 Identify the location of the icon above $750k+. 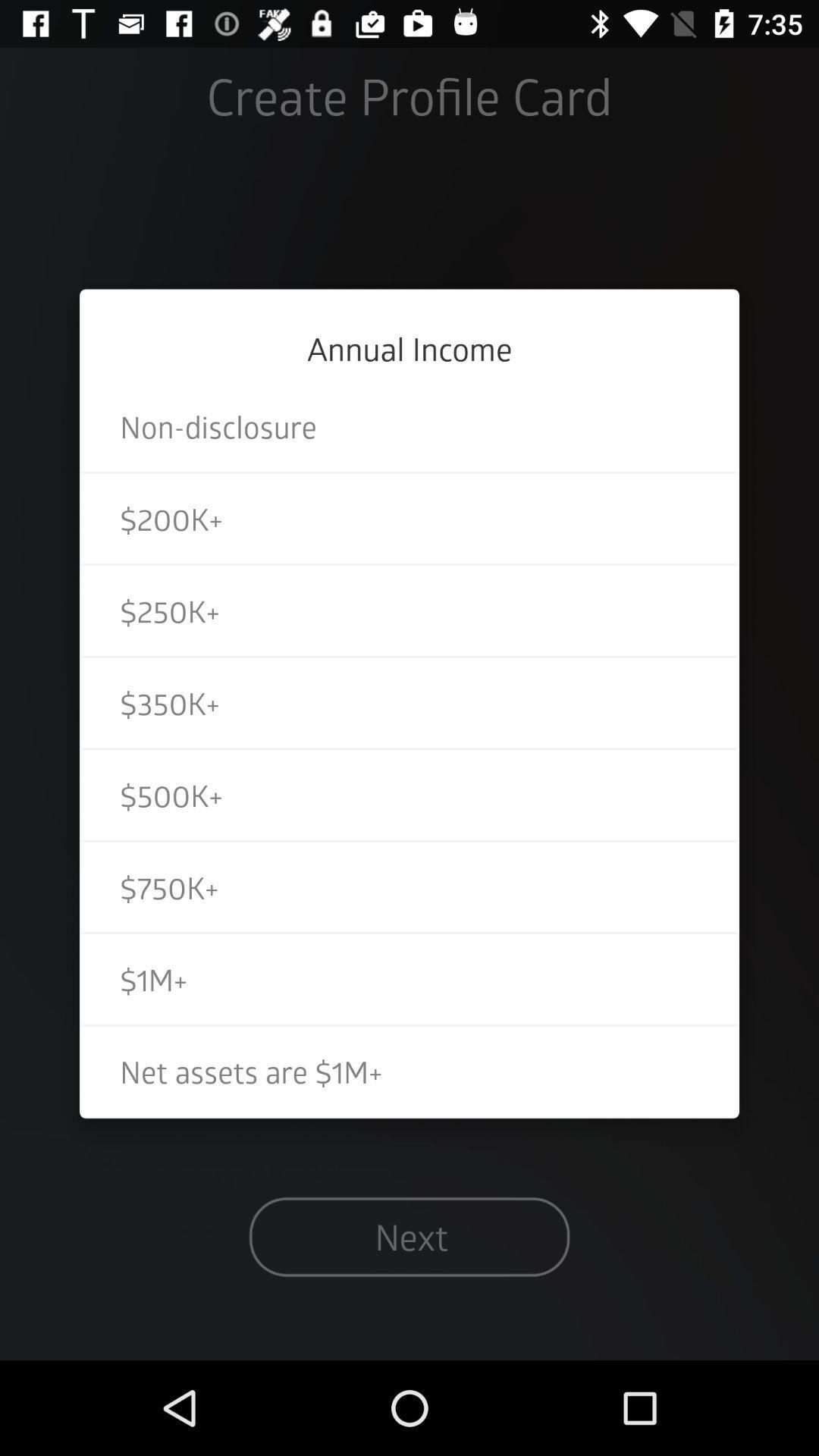
(409, 794).